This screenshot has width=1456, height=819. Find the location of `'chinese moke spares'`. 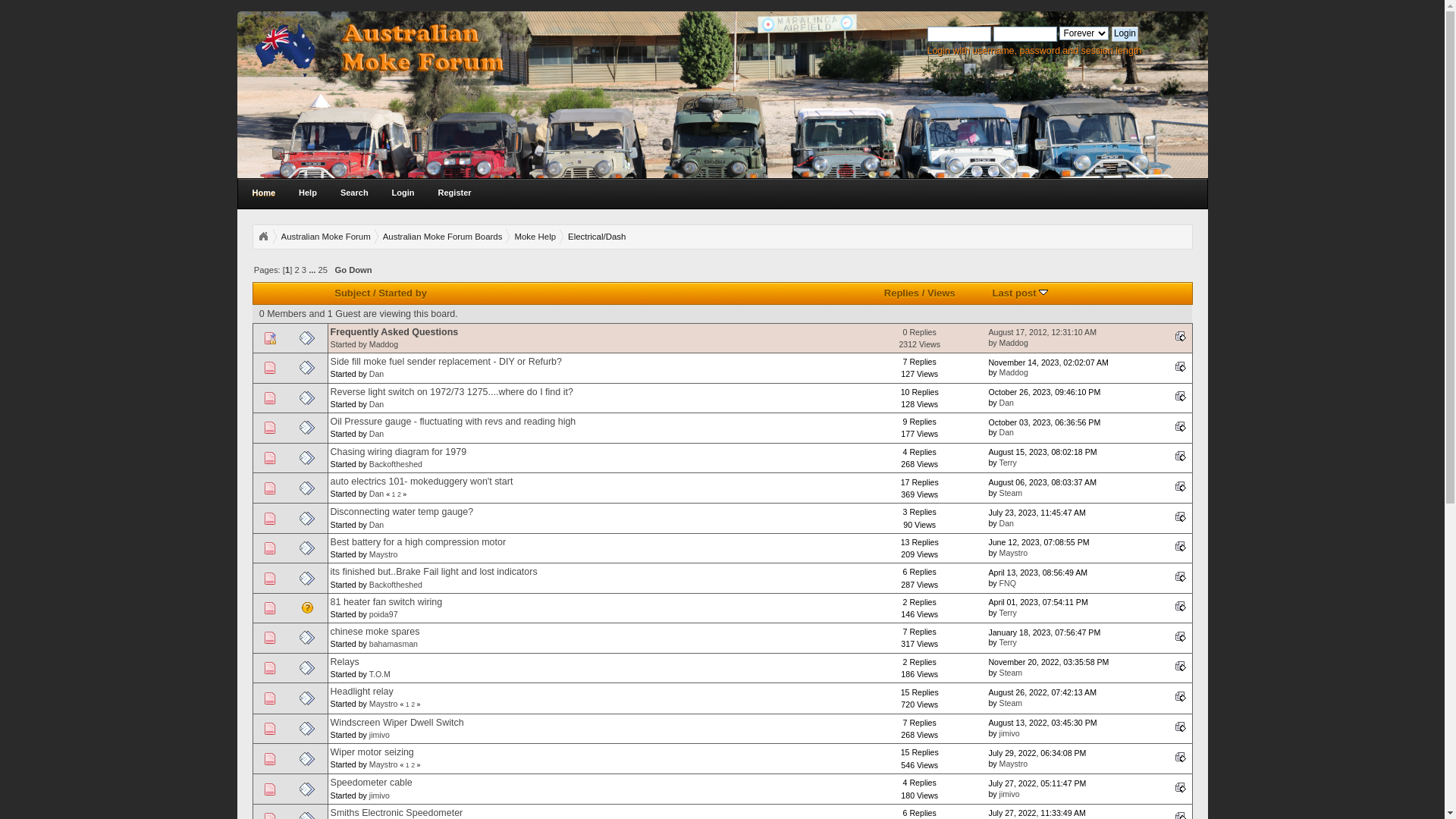

'chinese moke spares' is located at coordinates (375, 632).